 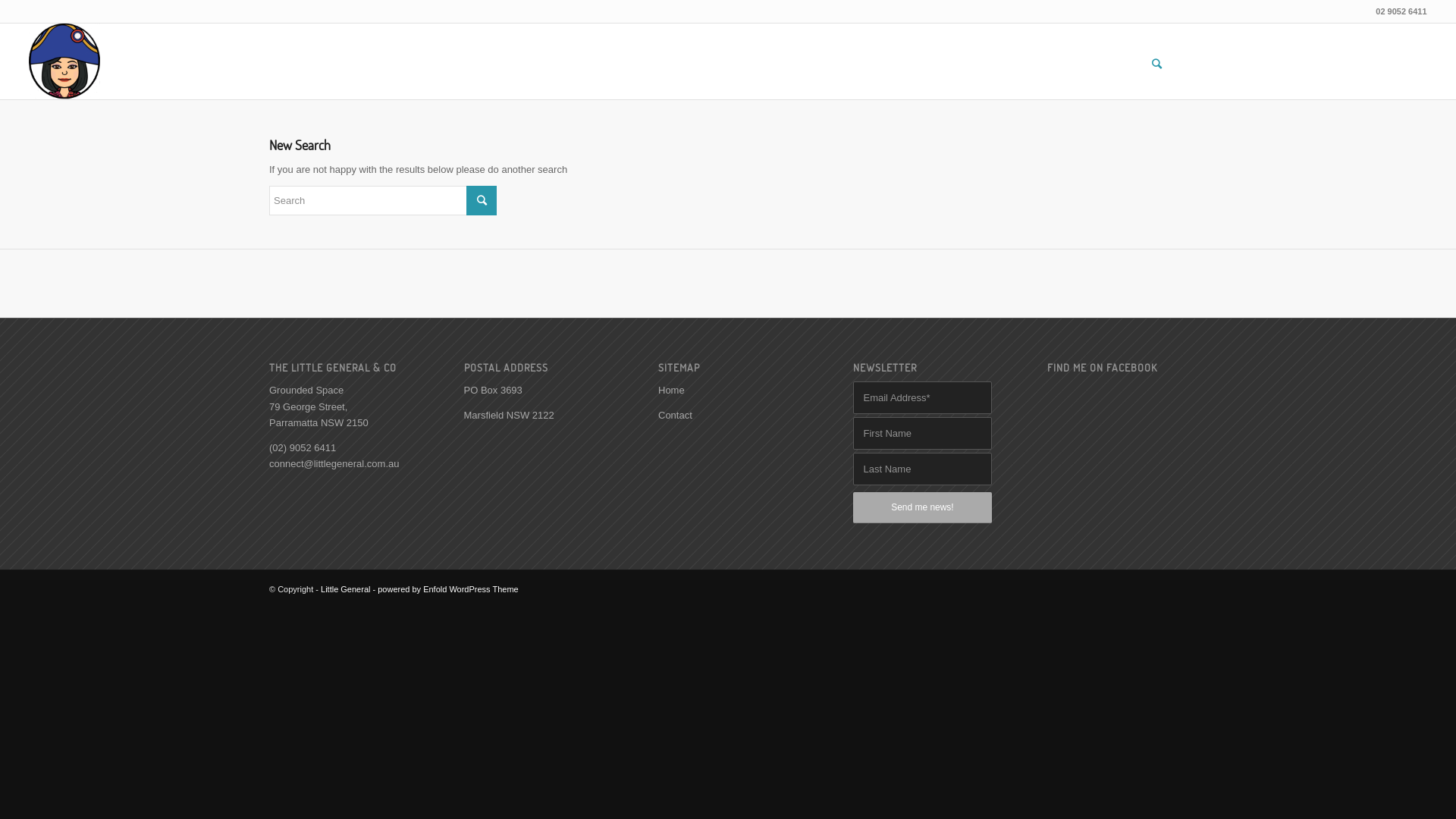 I want to click on 'Services', so click(x=1302, y=37).